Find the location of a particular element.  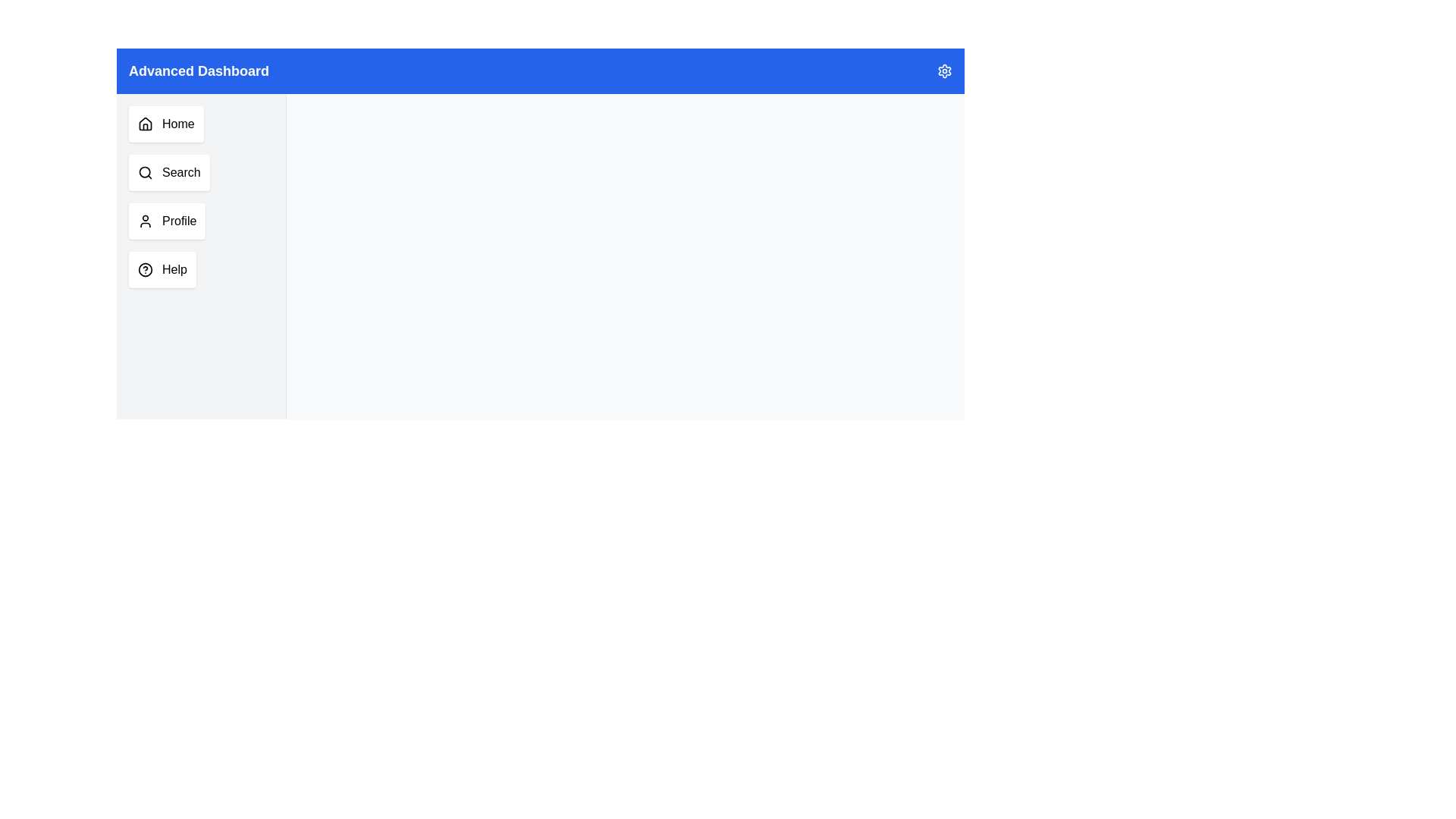

the 'Profile' button located in the left sidebar is located at coordinates (167, 221).